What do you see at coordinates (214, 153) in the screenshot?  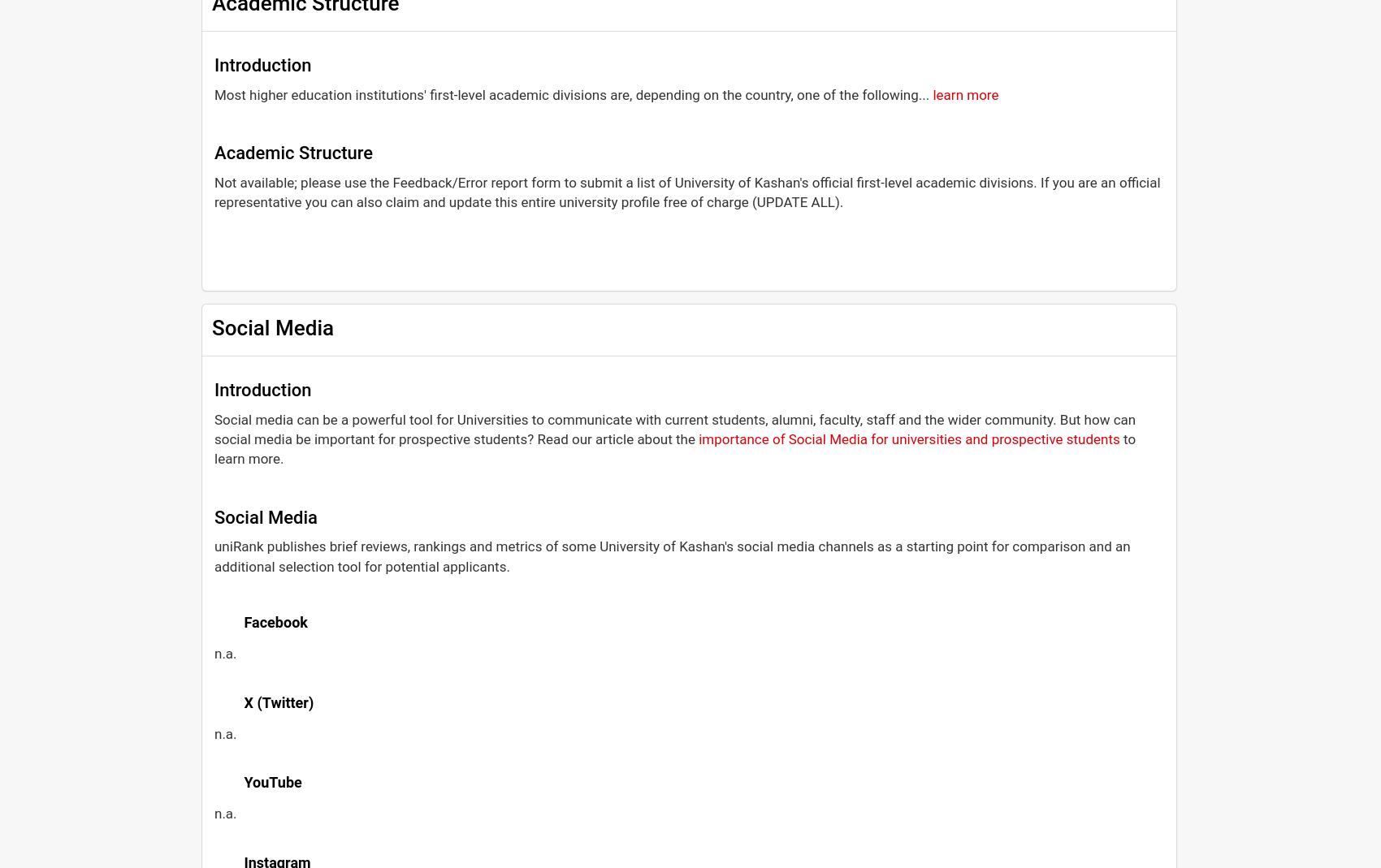 I see `'Academic Structure'` at bounding box center [214, 153].